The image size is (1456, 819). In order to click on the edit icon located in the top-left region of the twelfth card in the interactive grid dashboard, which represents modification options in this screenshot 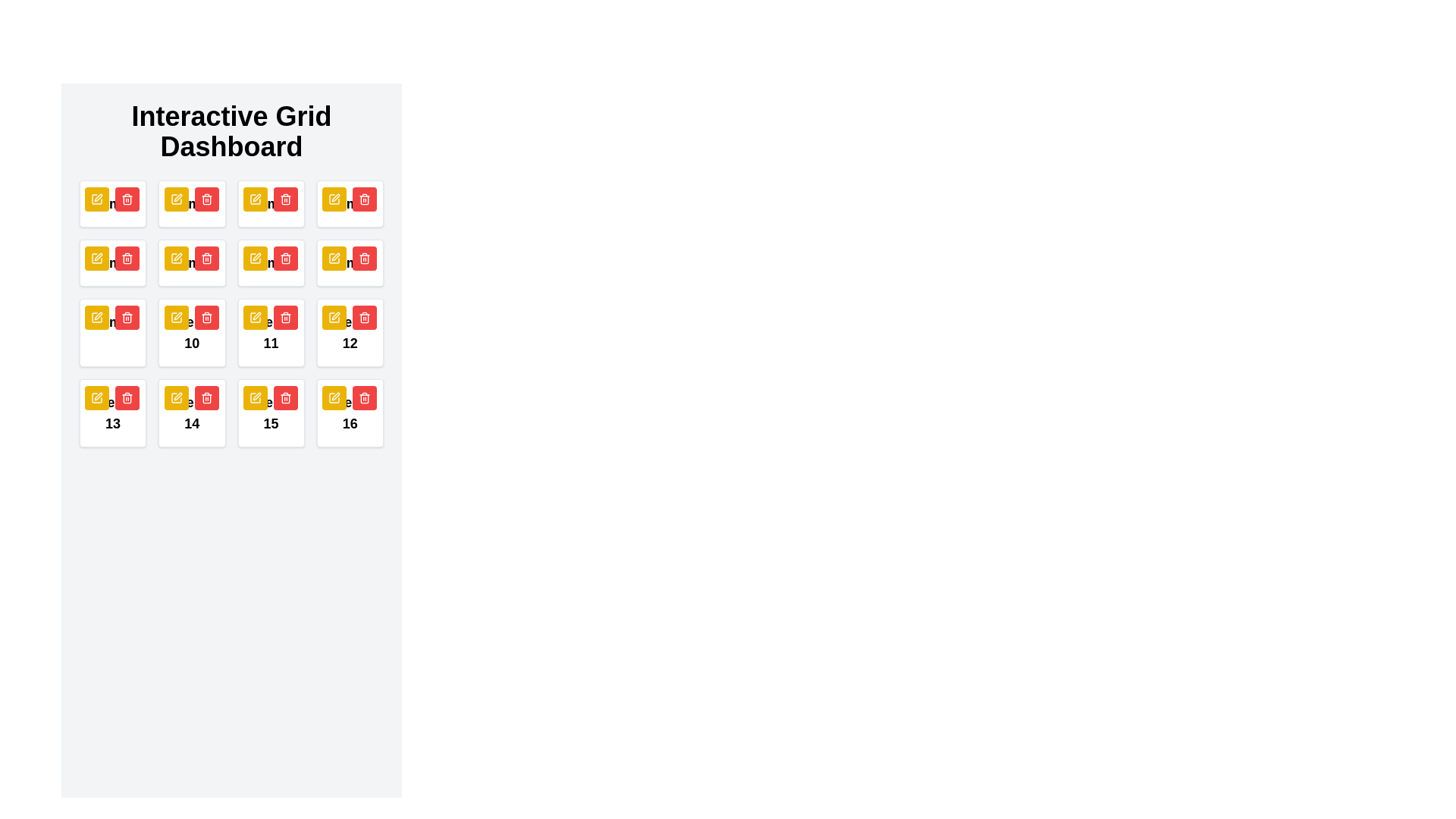, I will do `click(96, 317)`.